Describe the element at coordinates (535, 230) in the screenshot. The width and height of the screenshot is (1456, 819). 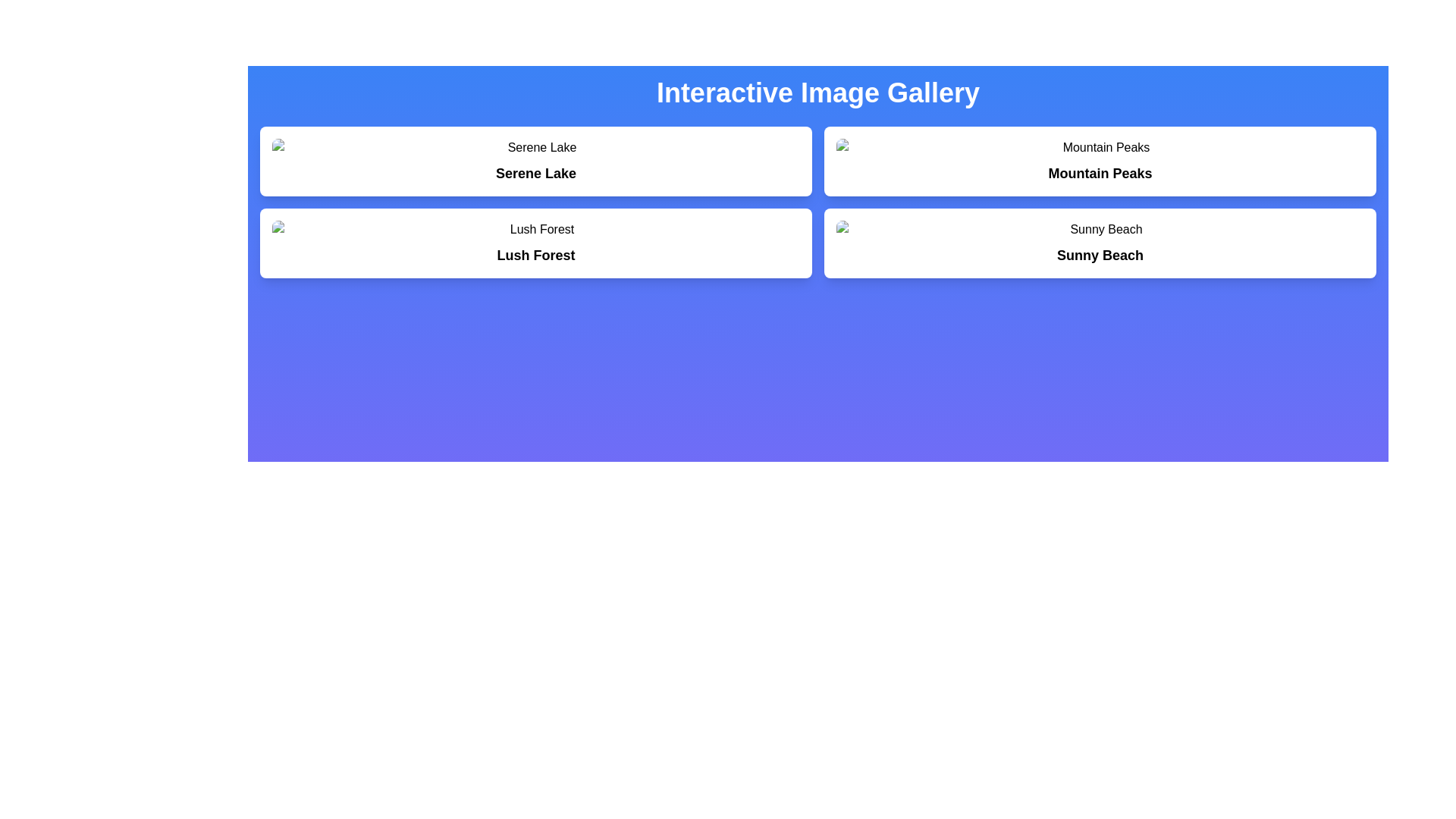
I see `the image placeholder thumbnail labeled 'Lush Forest' to interact with it` at that location.